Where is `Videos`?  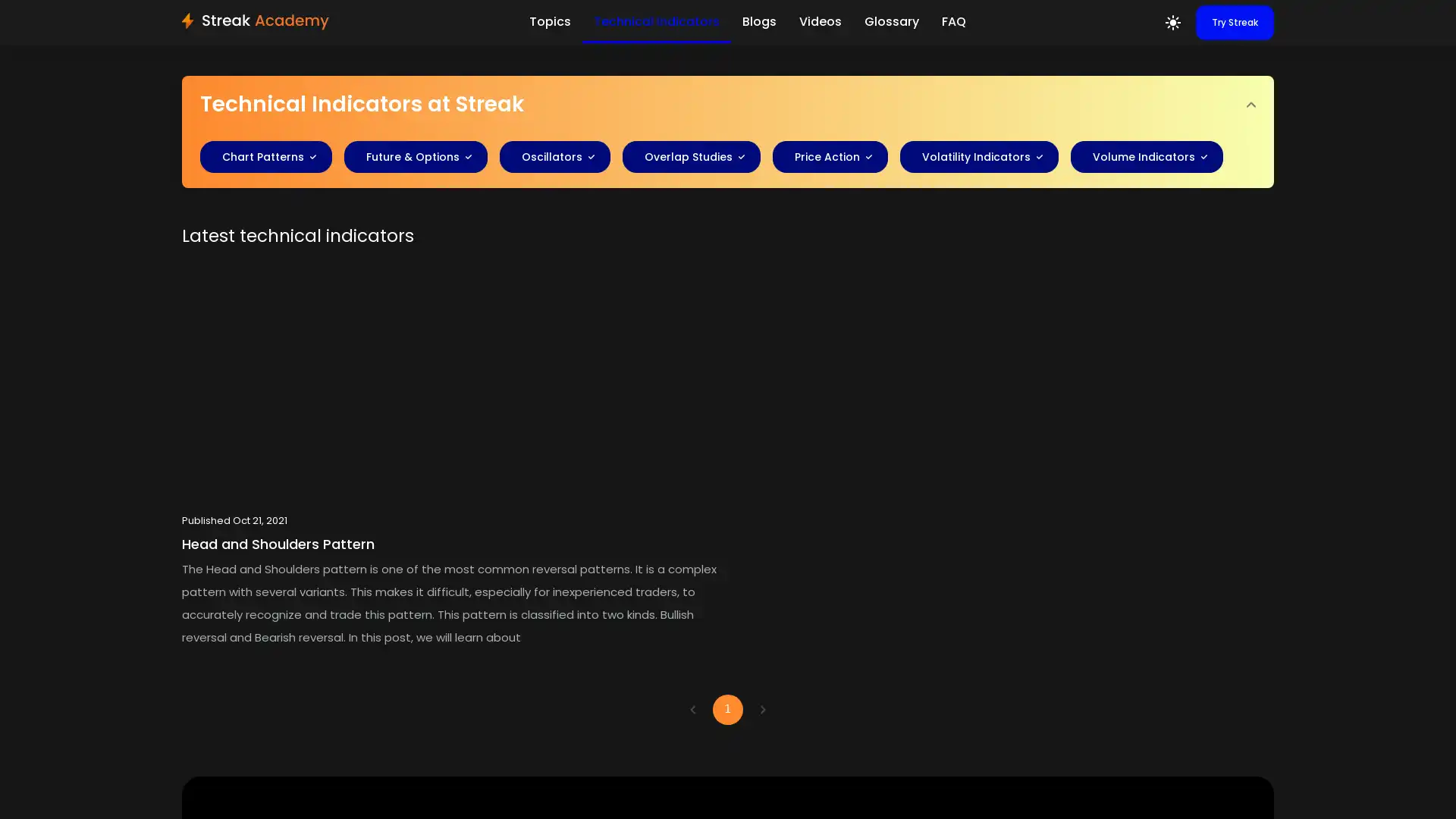
Videos is located at coordinates (818, 20).